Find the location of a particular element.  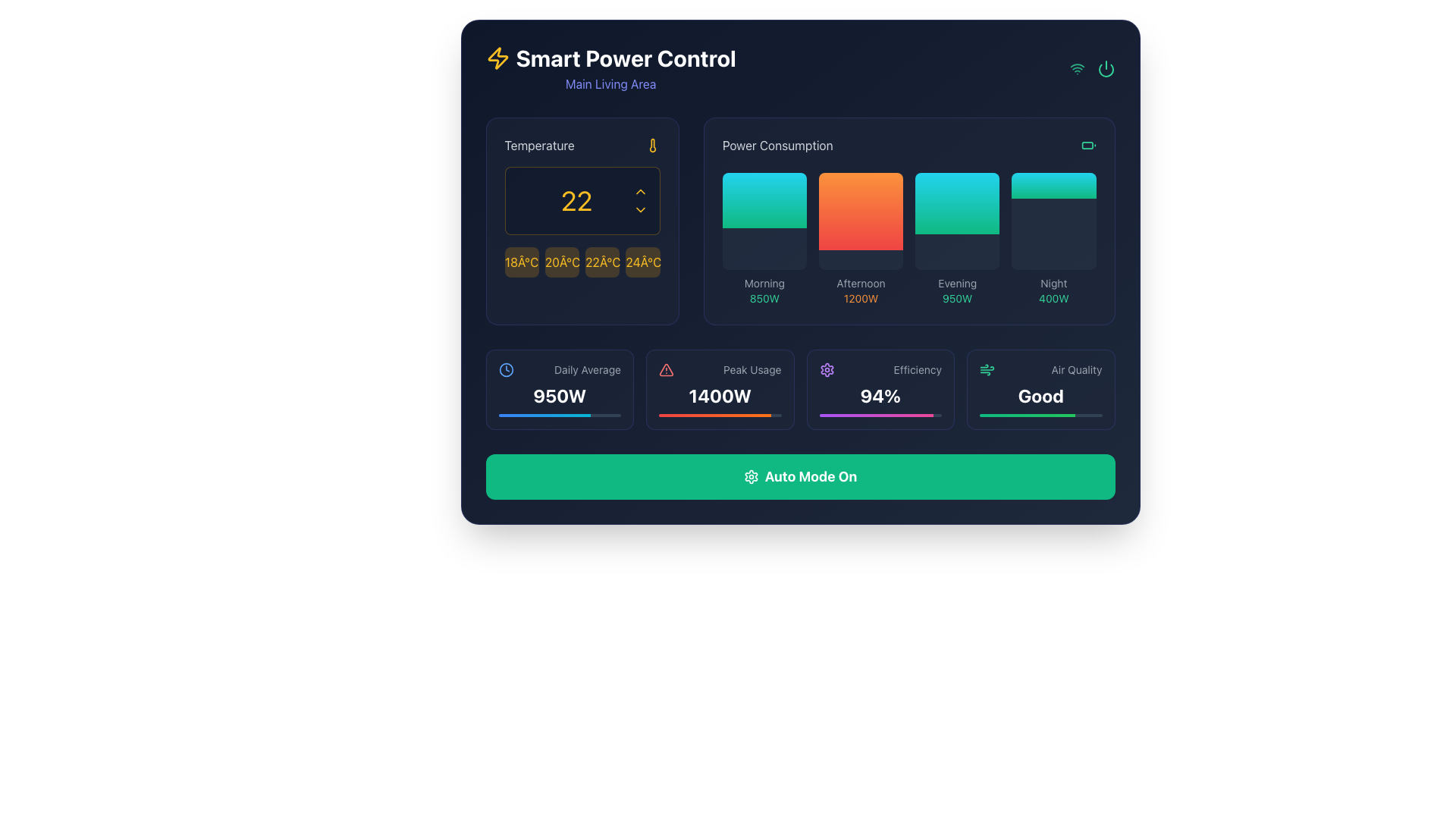

the clock icon located to the left of the 'Daily Average' text, which symbolizes time and enhances the context of this section is located at coordinates (506, 370).